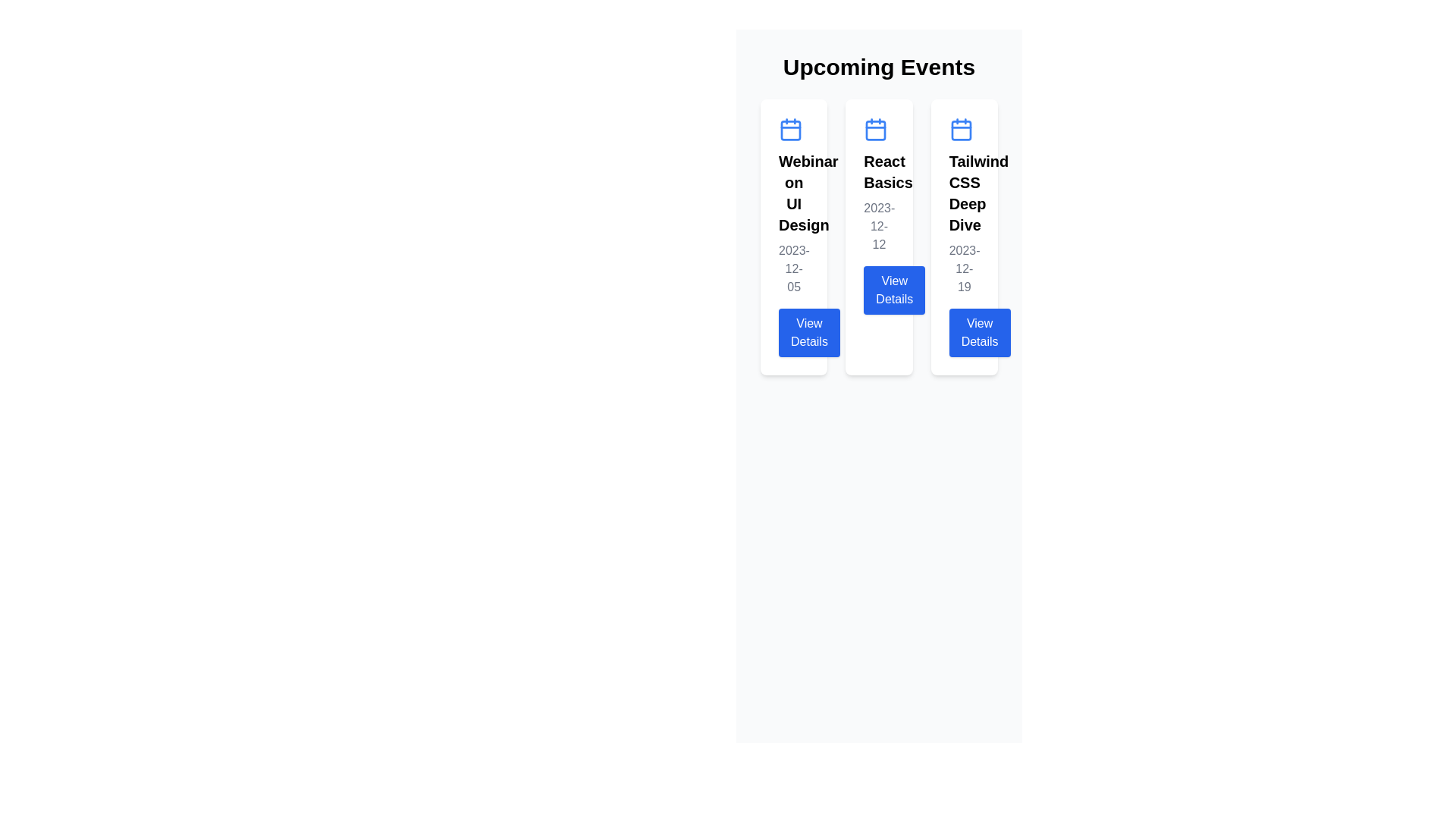 The image size is (1456, 819). I want to click on the button located at the bottom of the 'Webinar on UI Design' card, so click(808, 332).